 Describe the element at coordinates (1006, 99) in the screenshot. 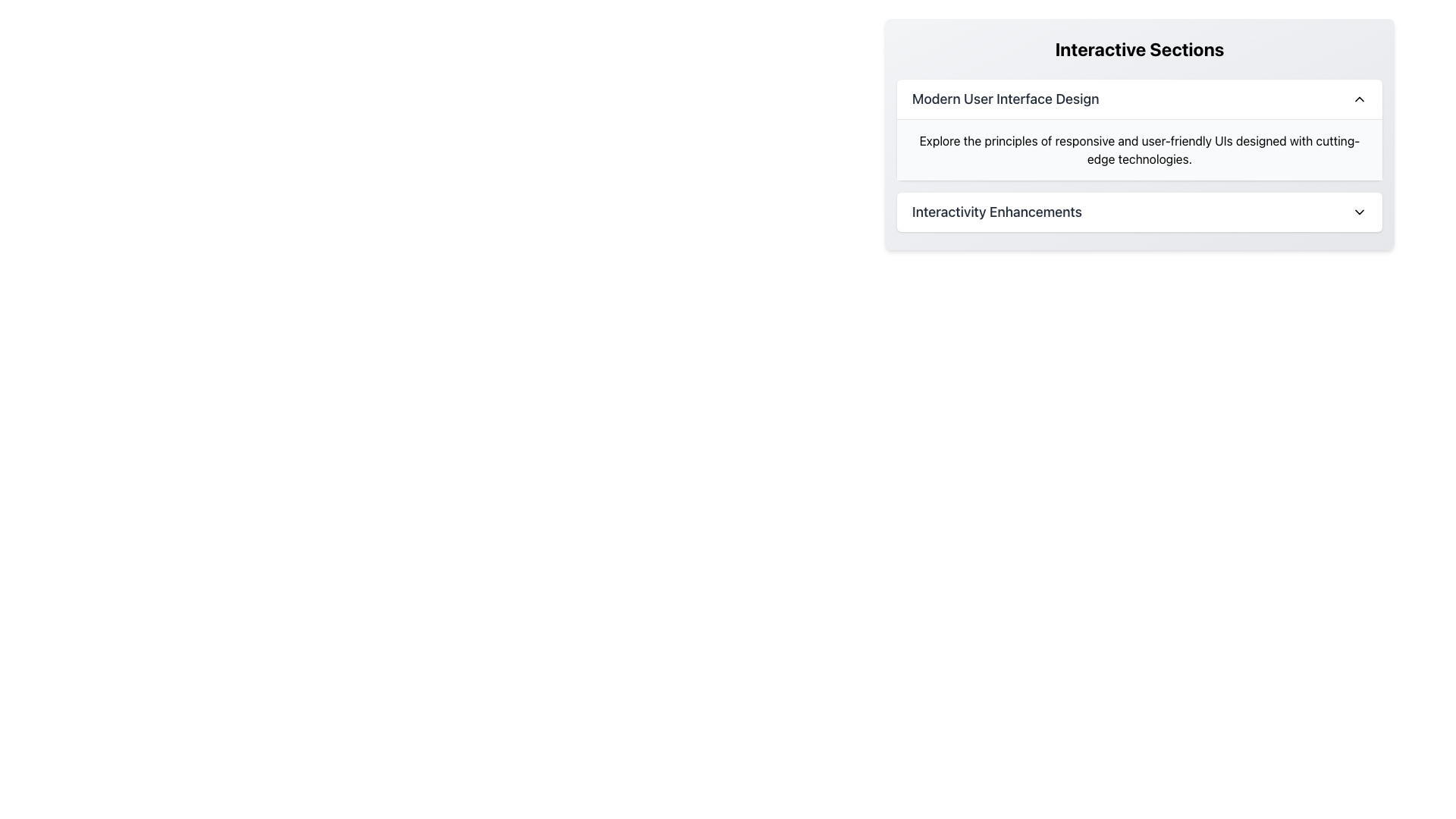

I see `the static text label that serves as a title for the collapsible section, located at the top of the interactive section` at that location.